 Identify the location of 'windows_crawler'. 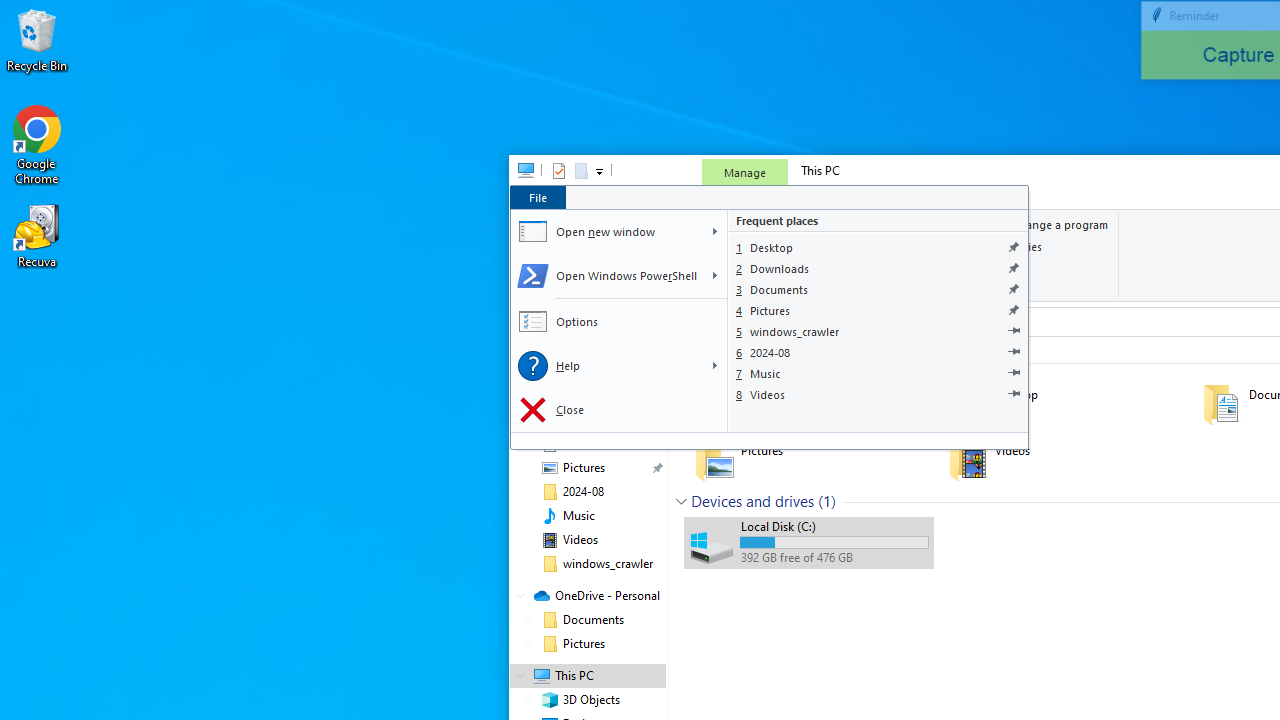
(878, 330).